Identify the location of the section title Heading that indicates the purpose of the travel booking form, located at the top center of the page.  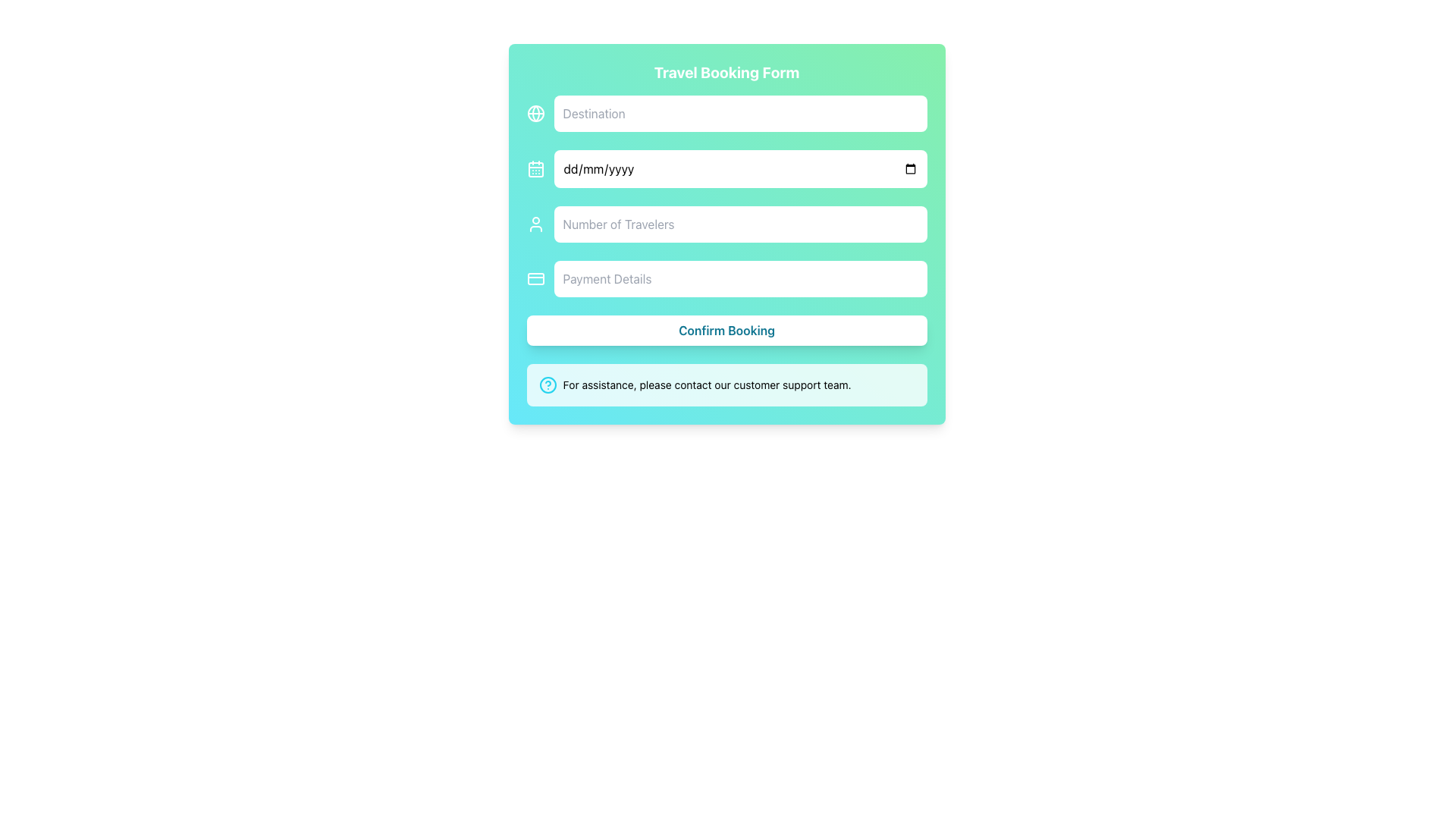
(726, 73).